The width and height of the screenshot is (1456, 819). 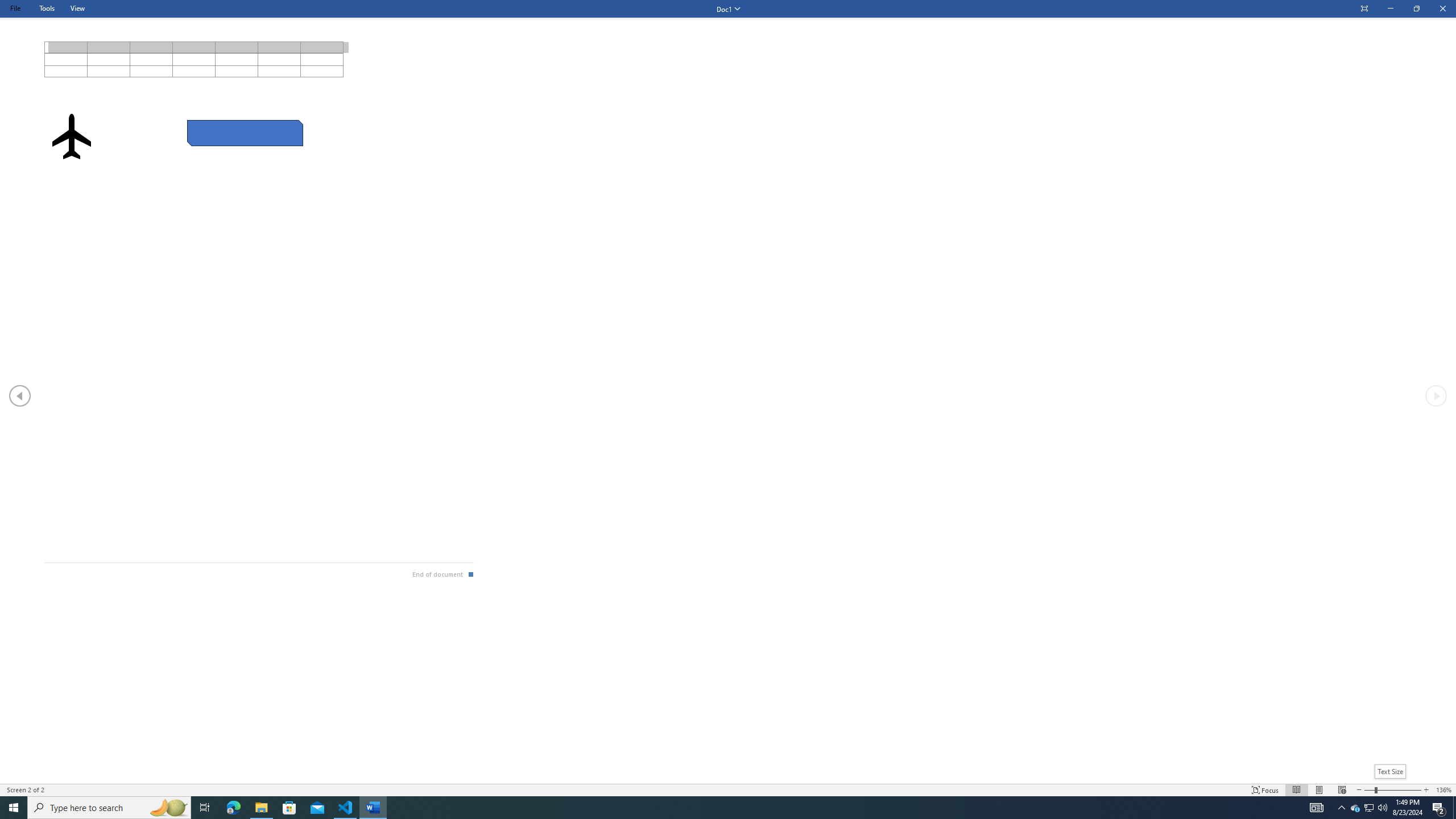 What do you see at coordinates (1363, 9) in the screenshot?
I see `'Auto-hide Reading Toolbar'` at bounding box center [1363, 9].